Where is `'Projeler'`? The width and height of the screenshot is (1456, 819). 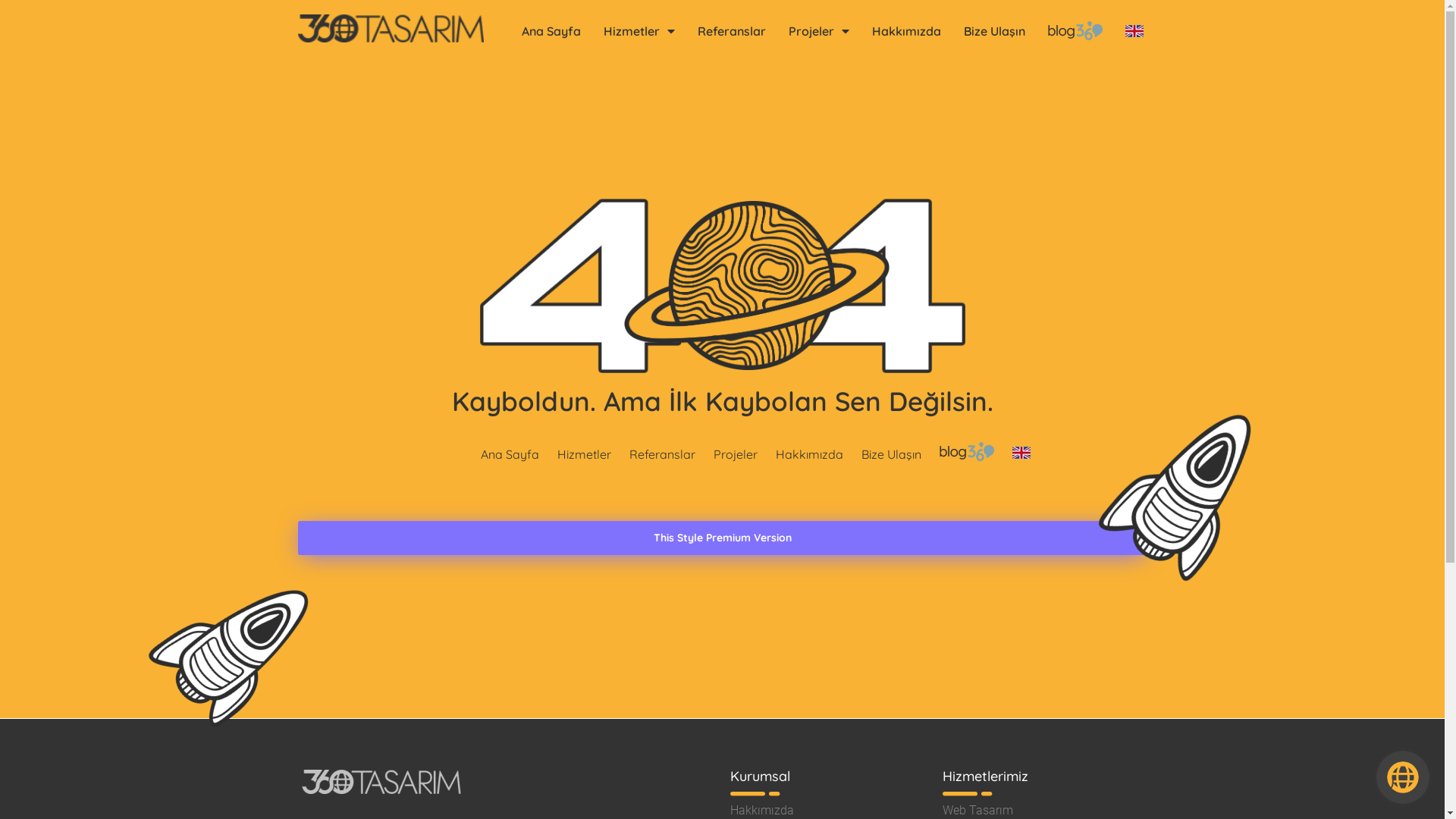 'Projeler' is located at coordinates (735, 452).